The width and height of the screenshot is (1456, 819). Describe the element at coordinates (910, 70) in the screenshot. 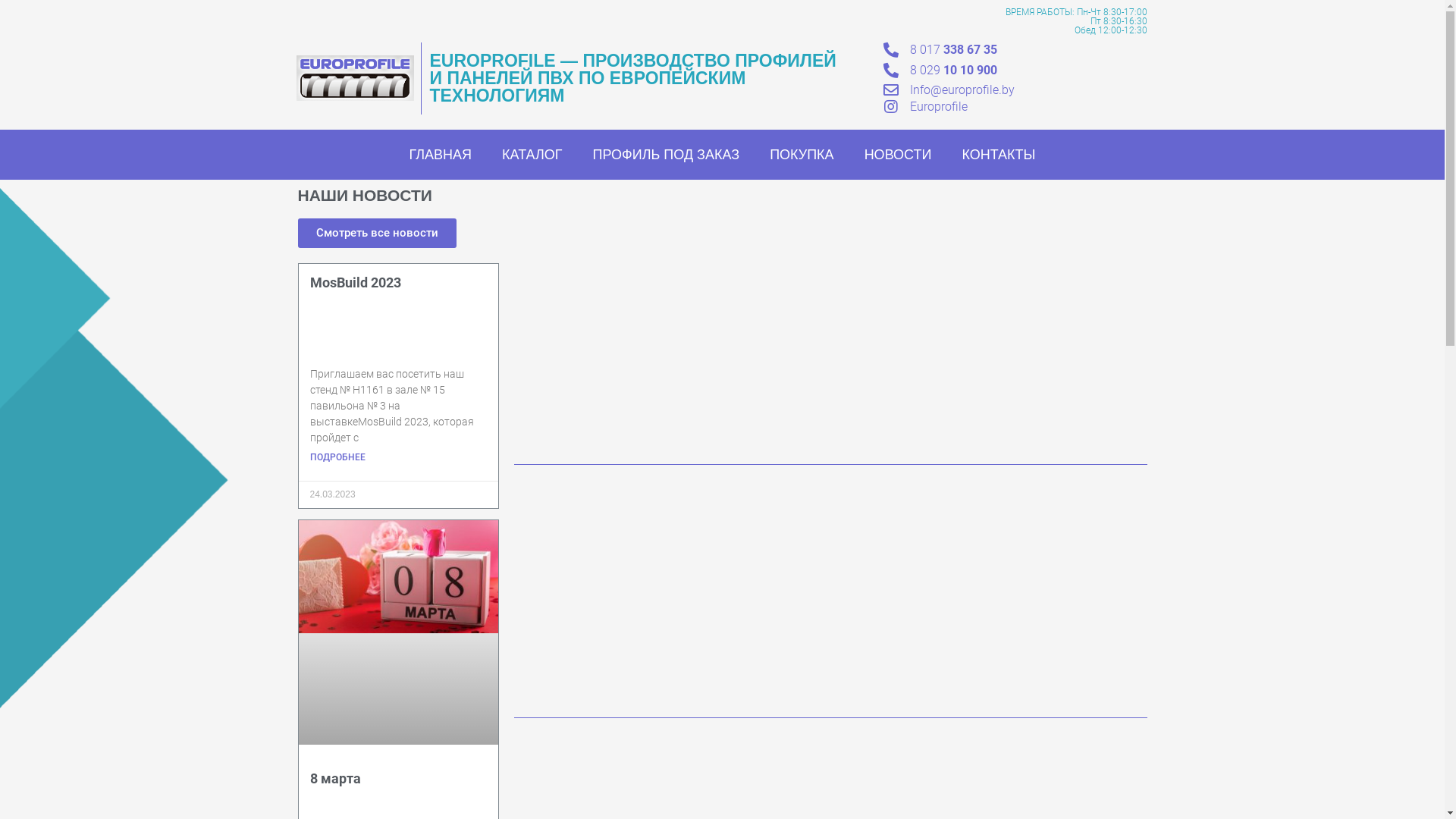

I see `'8 029 10 10 900'` at that location.